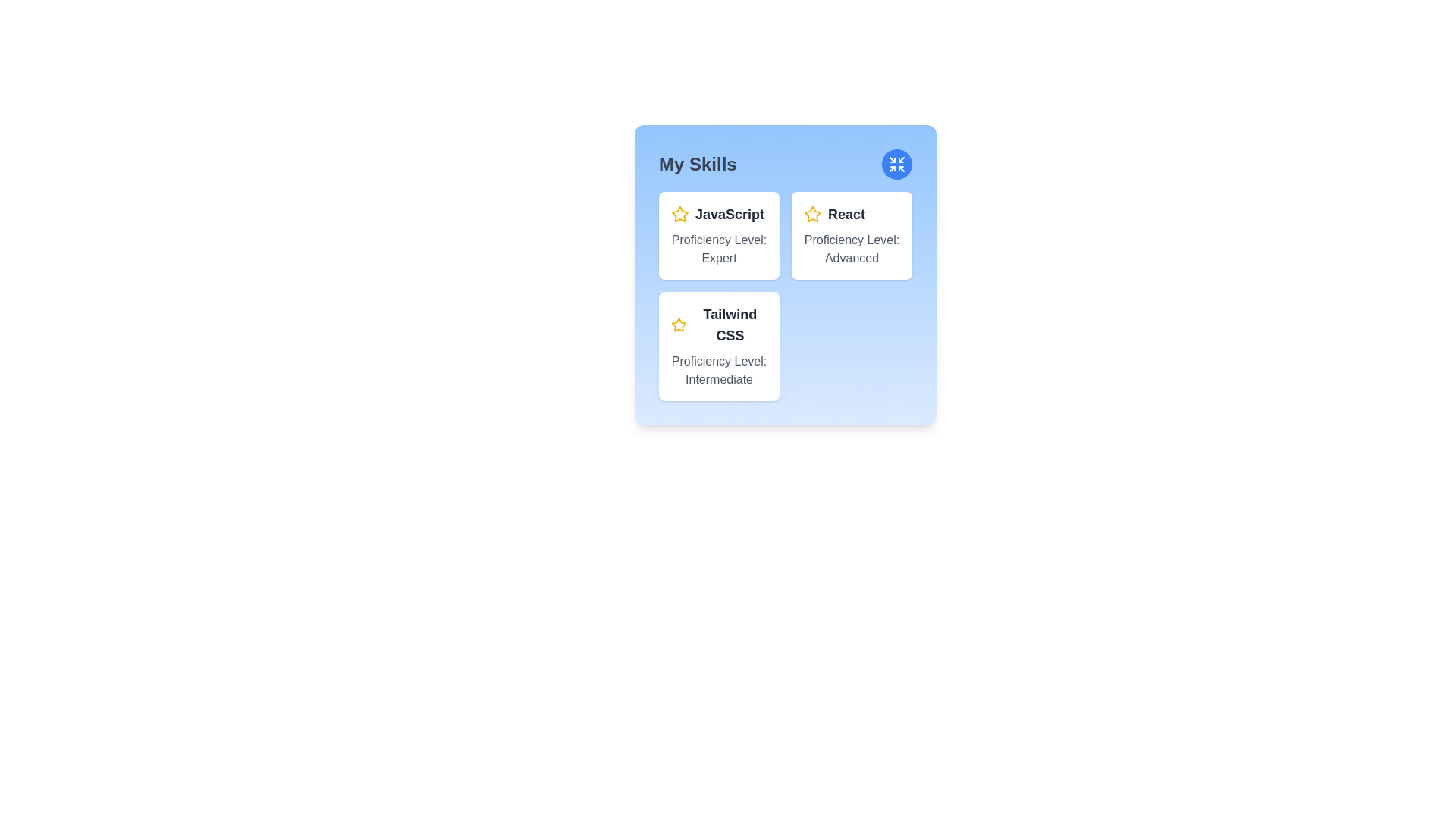  What do you see at coordinates (852, 236) in the screenshot?
I see `the Information card displaying 'React' with proficiency level 'Advanced', located in the second column under 'My Skills'` at bounding box center [852, 236].